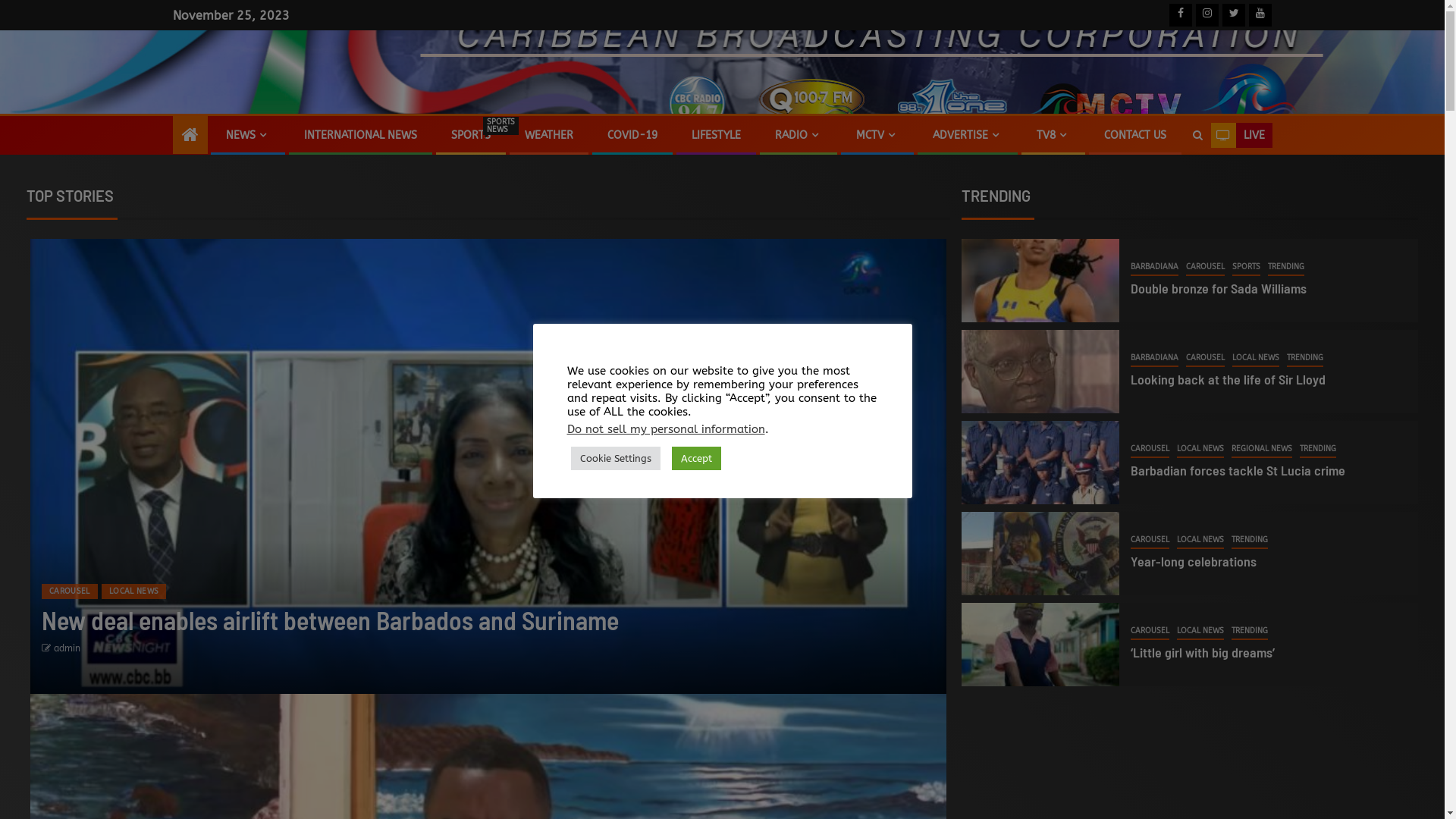  What do you see at coordinates (967, 134) in the screenshot?
I see `'ADVERTISE'` at bounding box center [967, 134].